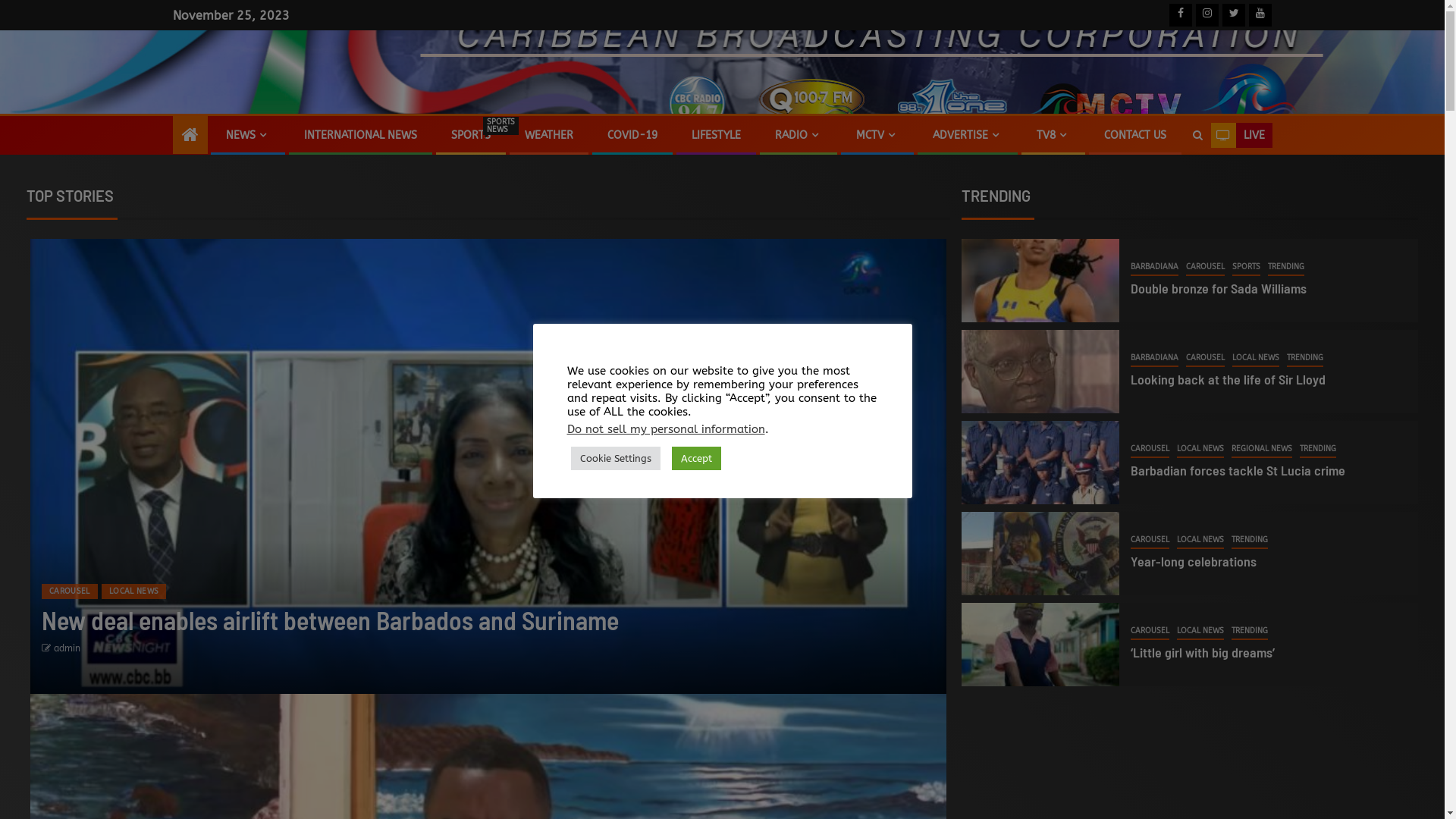  What do you see at coordinates (967, 134) in the screenshot?
I see `'ADVERTISE'` at bounding box center [967, 134].